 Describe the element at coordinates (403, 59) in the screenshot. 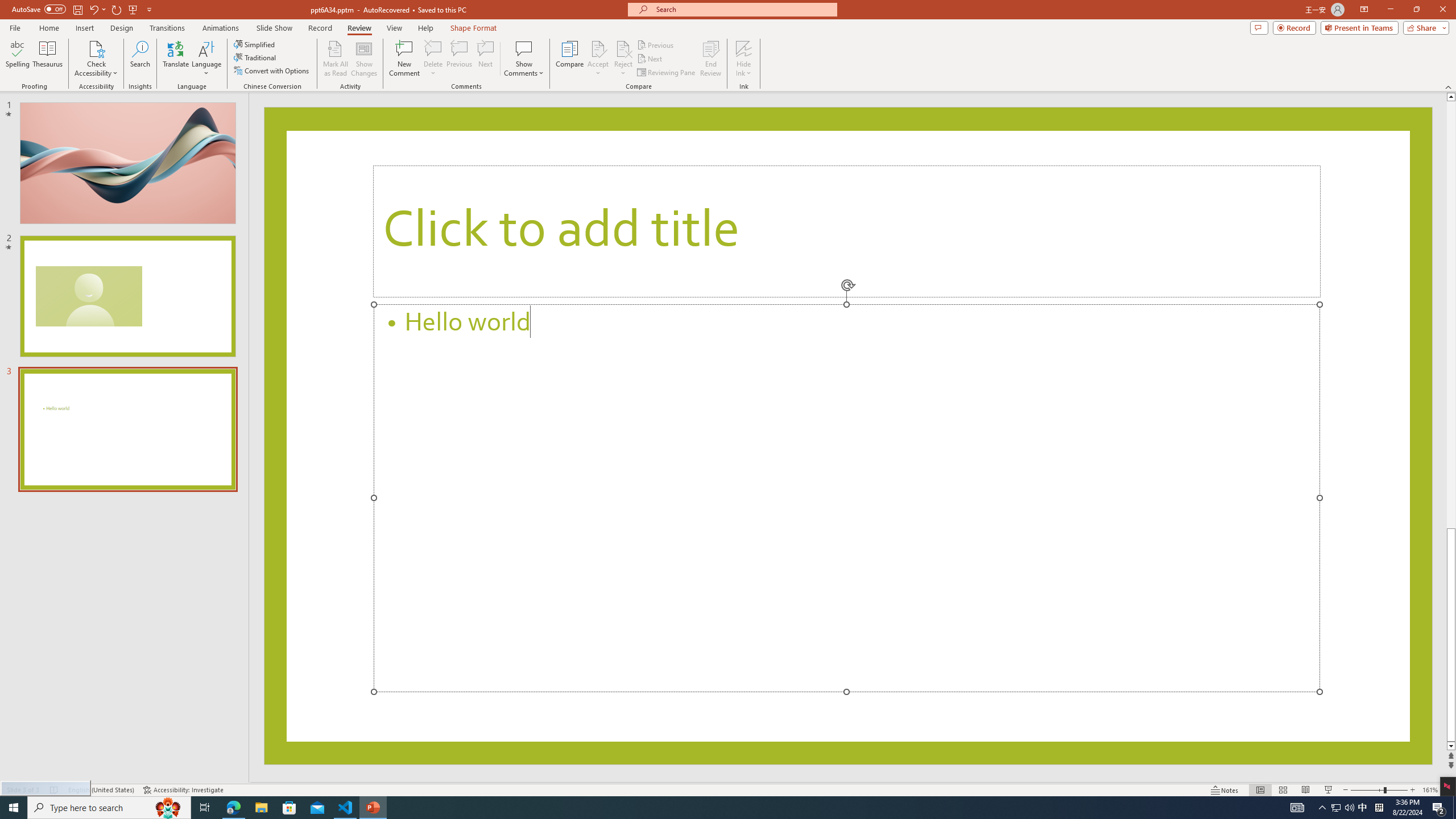

I see `'New Comment'` at that location.